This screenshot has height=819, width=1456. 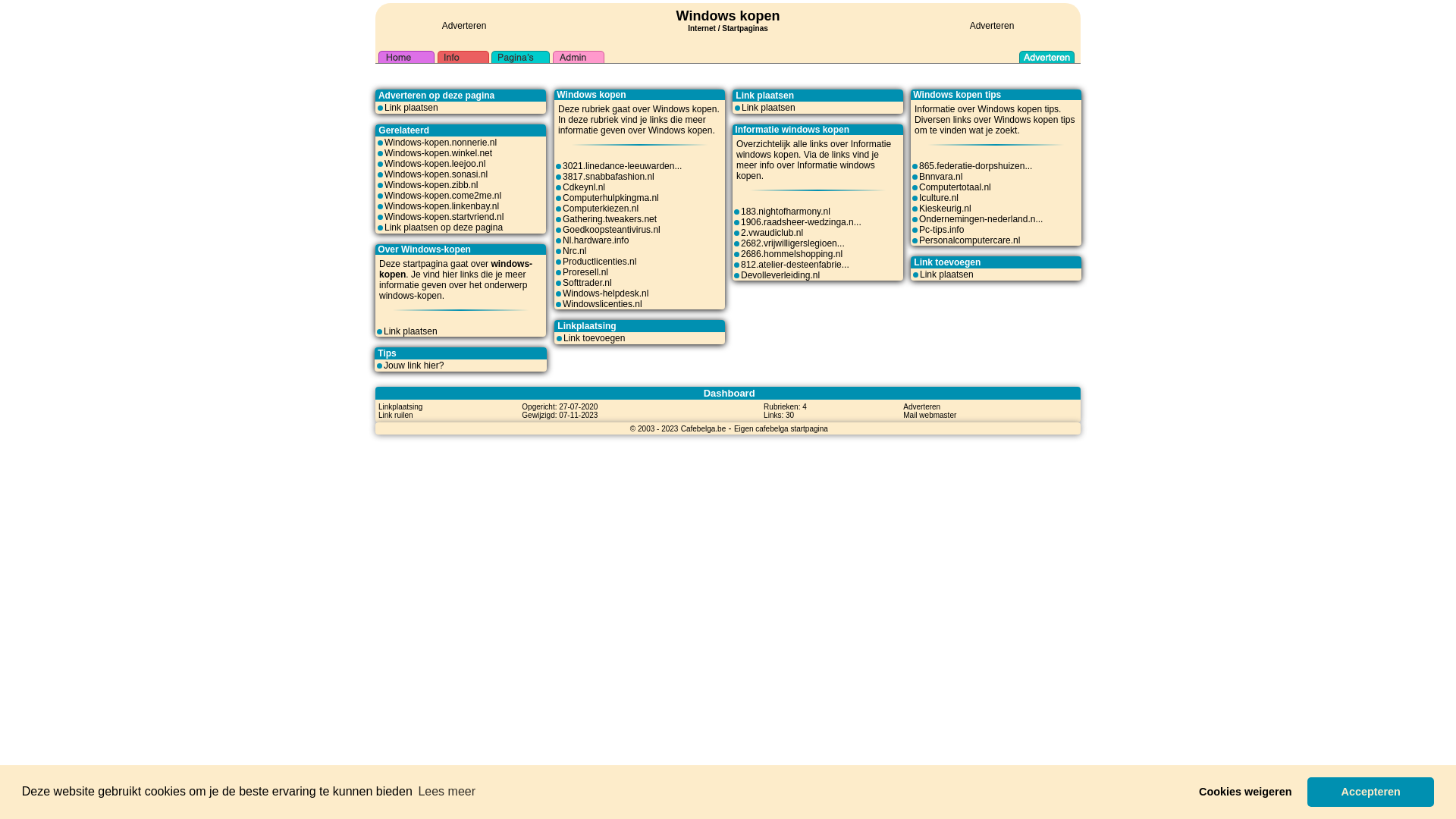 What do you see at coordinates (443, 227) in the screenshot?
I see `'Link plaatsen op deze pagina'` at bounding box center [443, 227].